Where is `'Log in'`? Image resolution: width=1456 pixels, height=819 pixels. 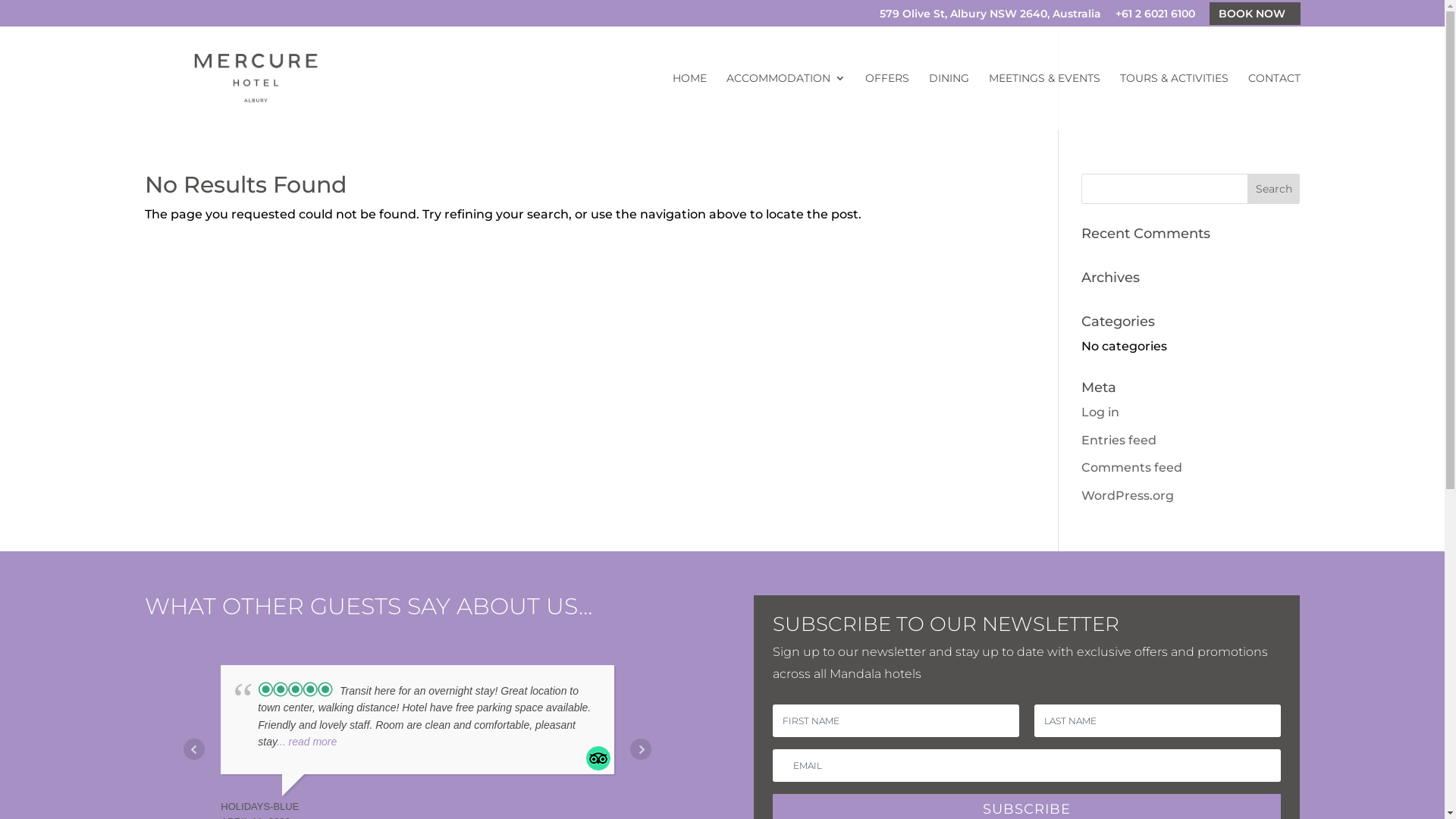 'Log in' is located at coordinates (1080, 412).